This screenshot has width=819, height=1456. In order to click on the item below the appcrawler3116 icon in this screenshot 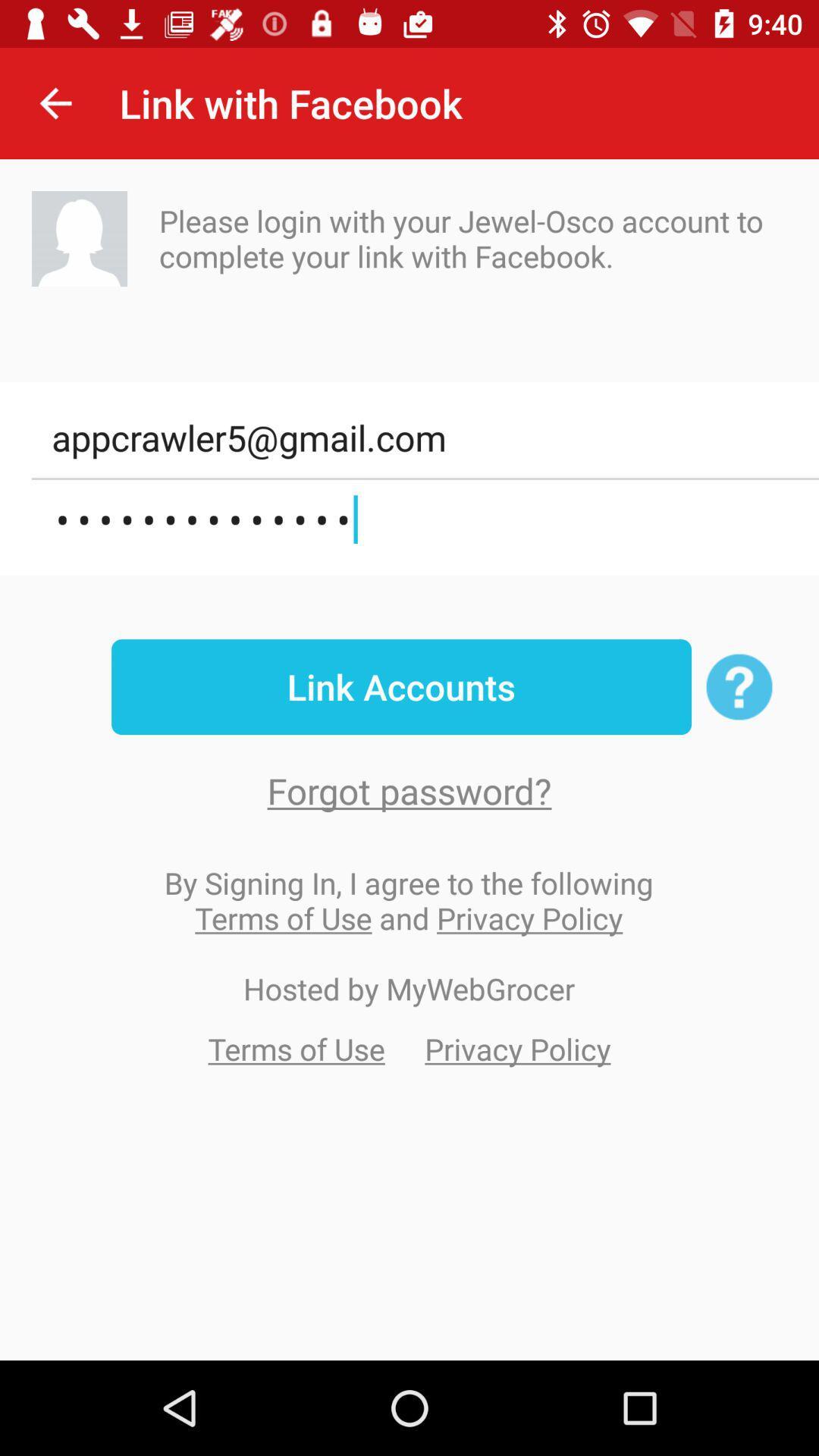, I will do `click(400, 686)`.